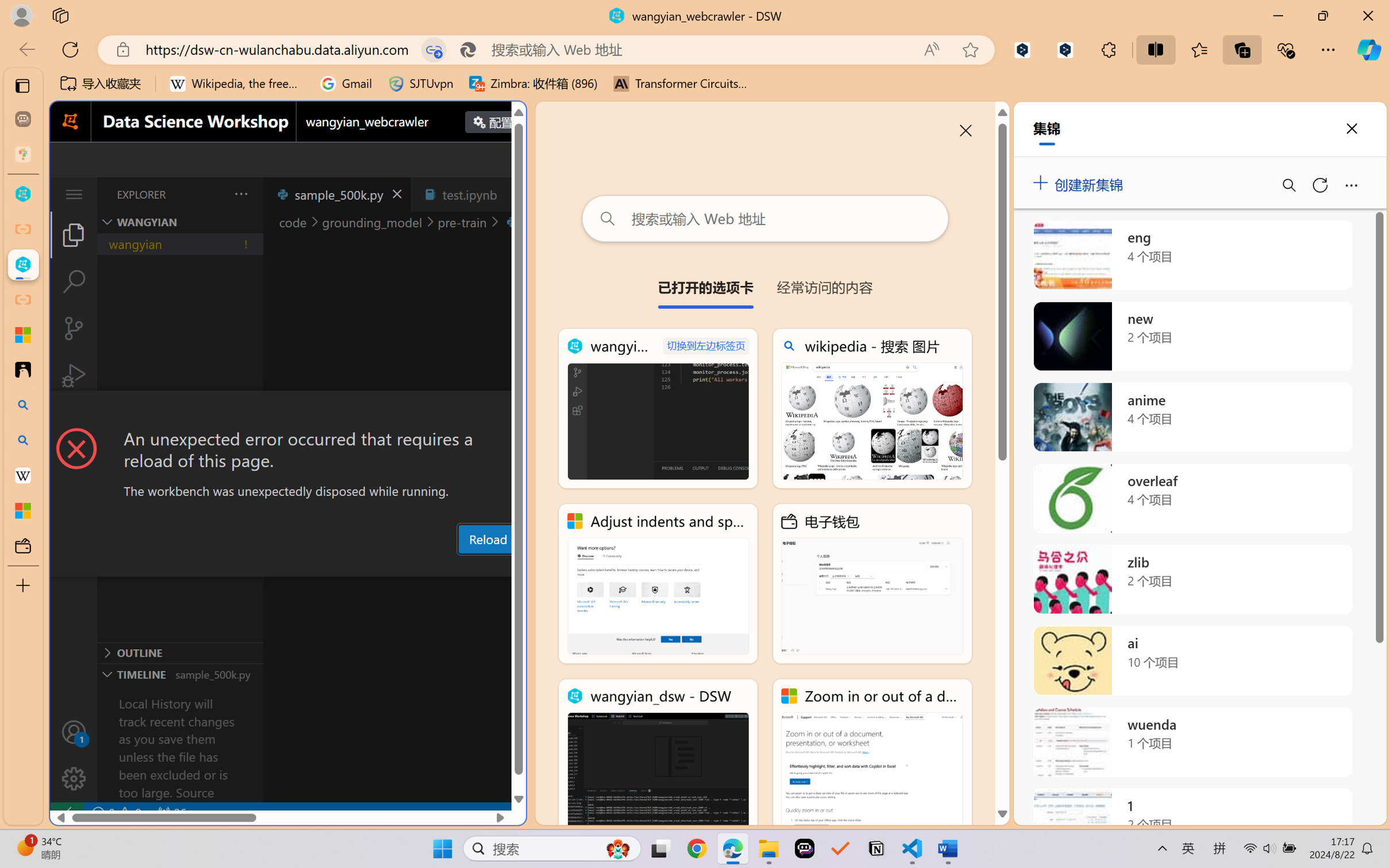 The height and width of the screenshot is (868, 1390). I want to click on 'Search (Ctrl+Shift+F)', so click(73, 281).